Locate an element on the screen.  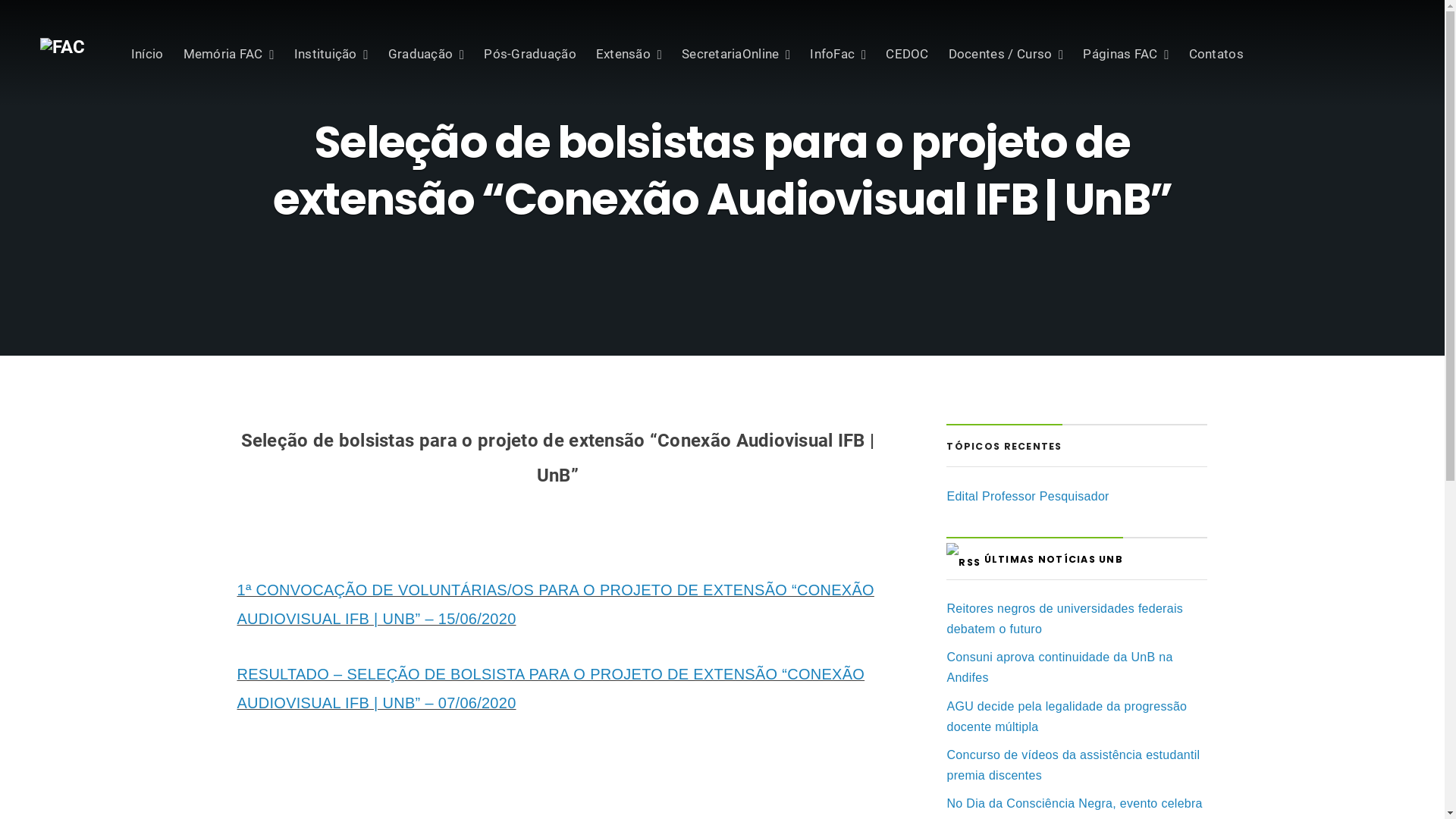
'Edital Professor Pesquisador' is located at coordinates (1027, 496).